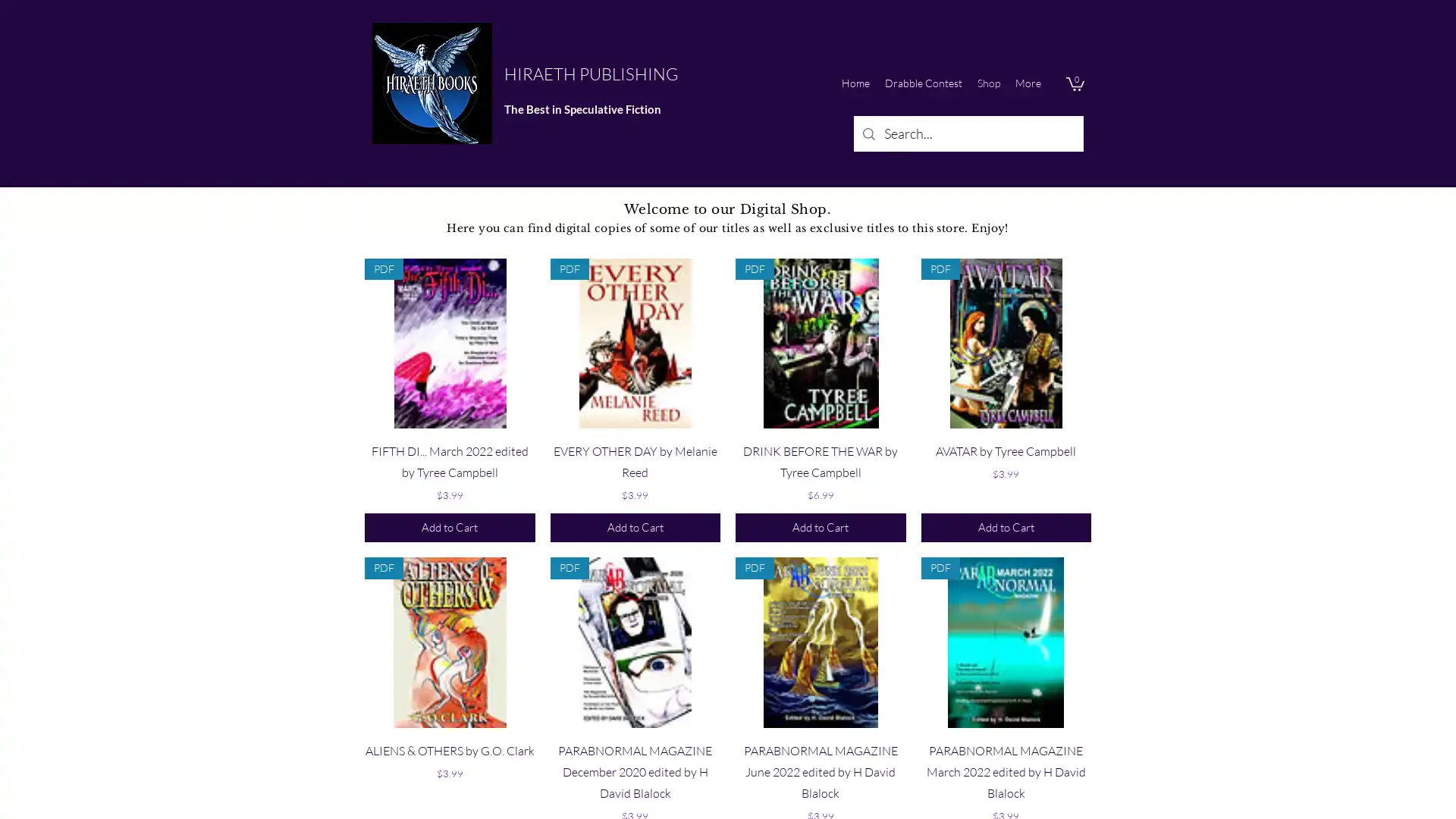 The image size is (1456, 819). Describe the element at coordinates (449, 447) in the screenshot. I see `Quick View` at that location.